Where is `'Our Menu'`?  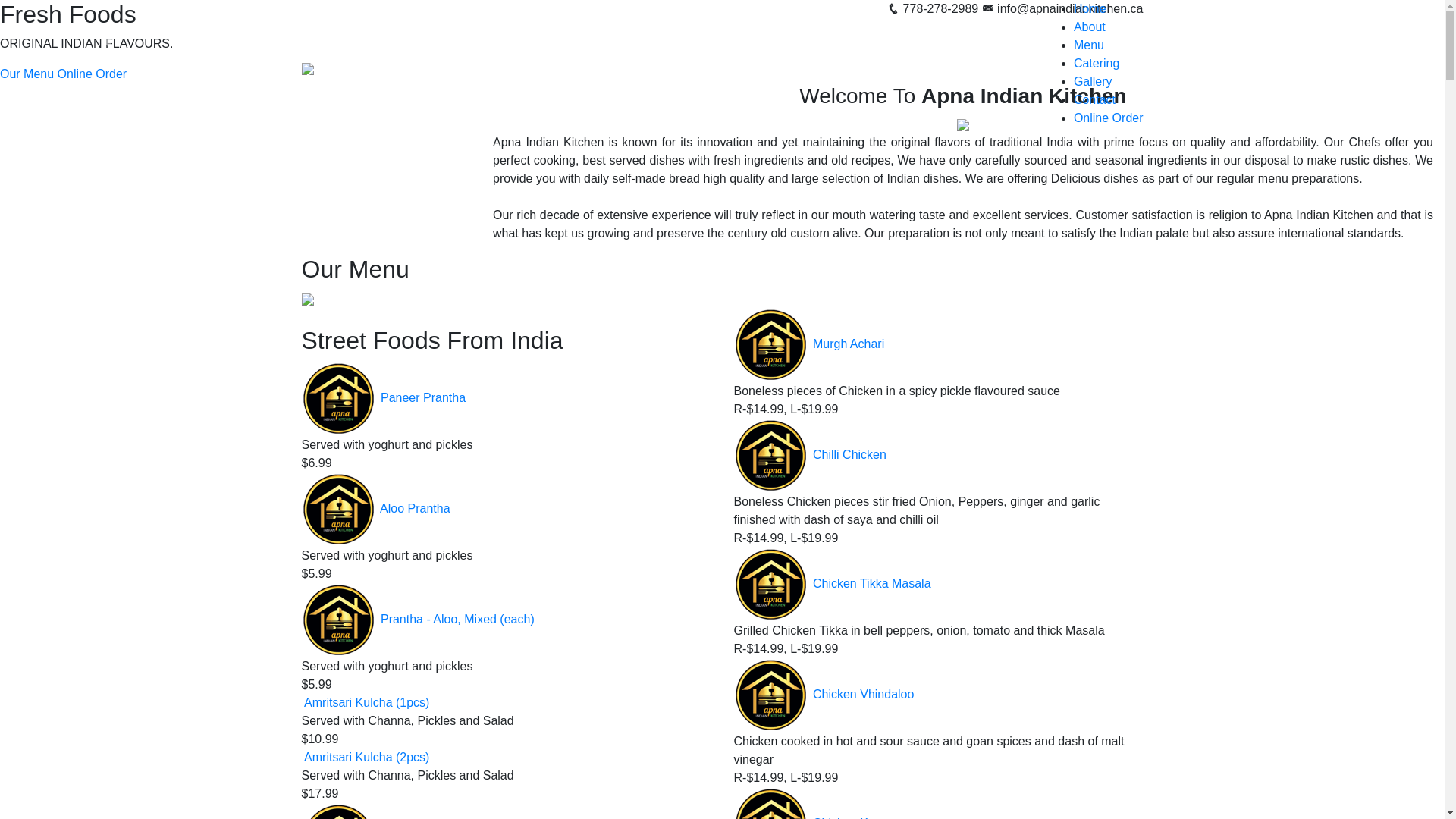 'Our Menu' is located at coordinates (27, 74).